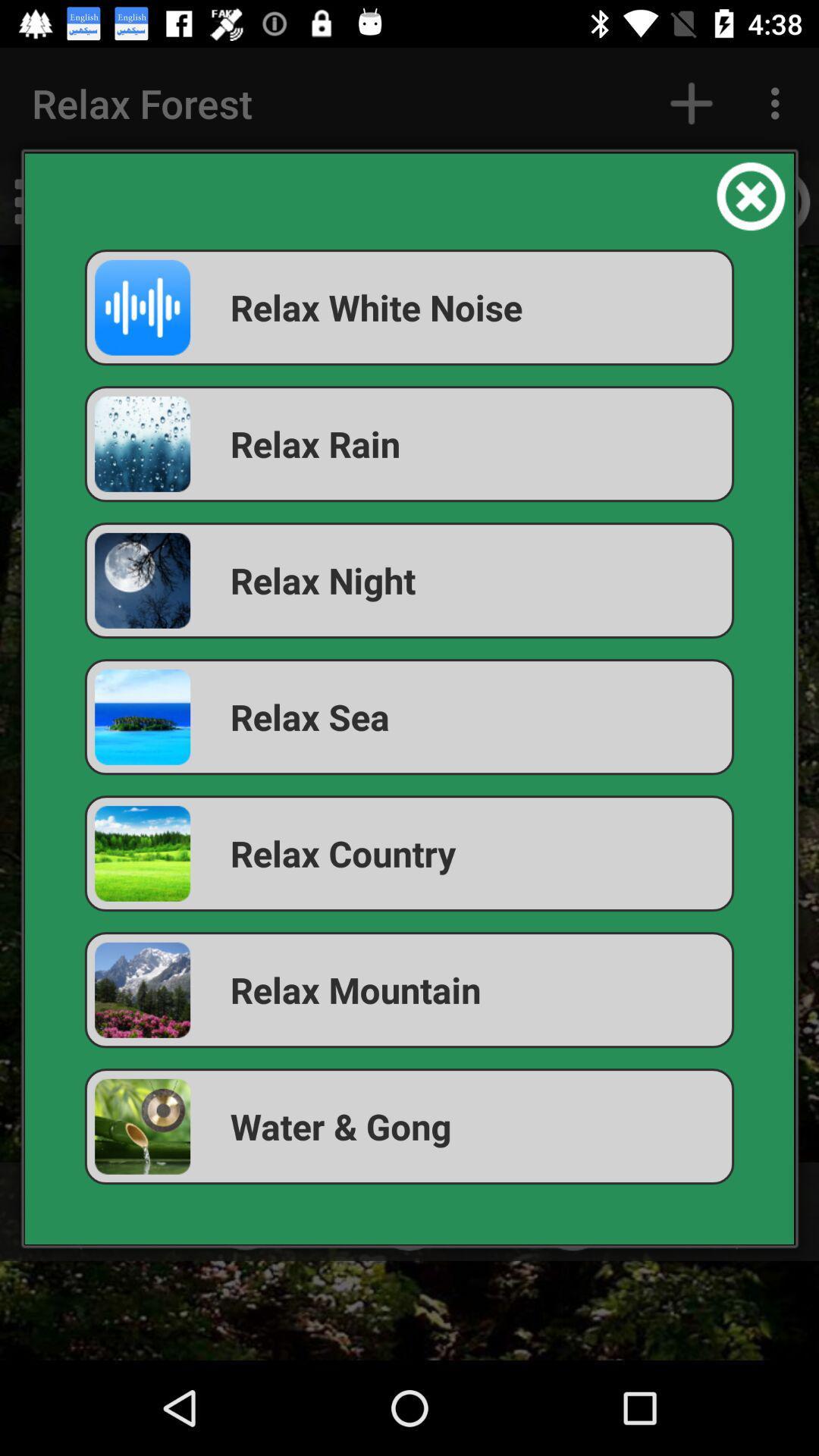  What do you see at coordinates (409, 1126) in the screenshot?
I see `water & gong item` at bounding box center [409, 1126].